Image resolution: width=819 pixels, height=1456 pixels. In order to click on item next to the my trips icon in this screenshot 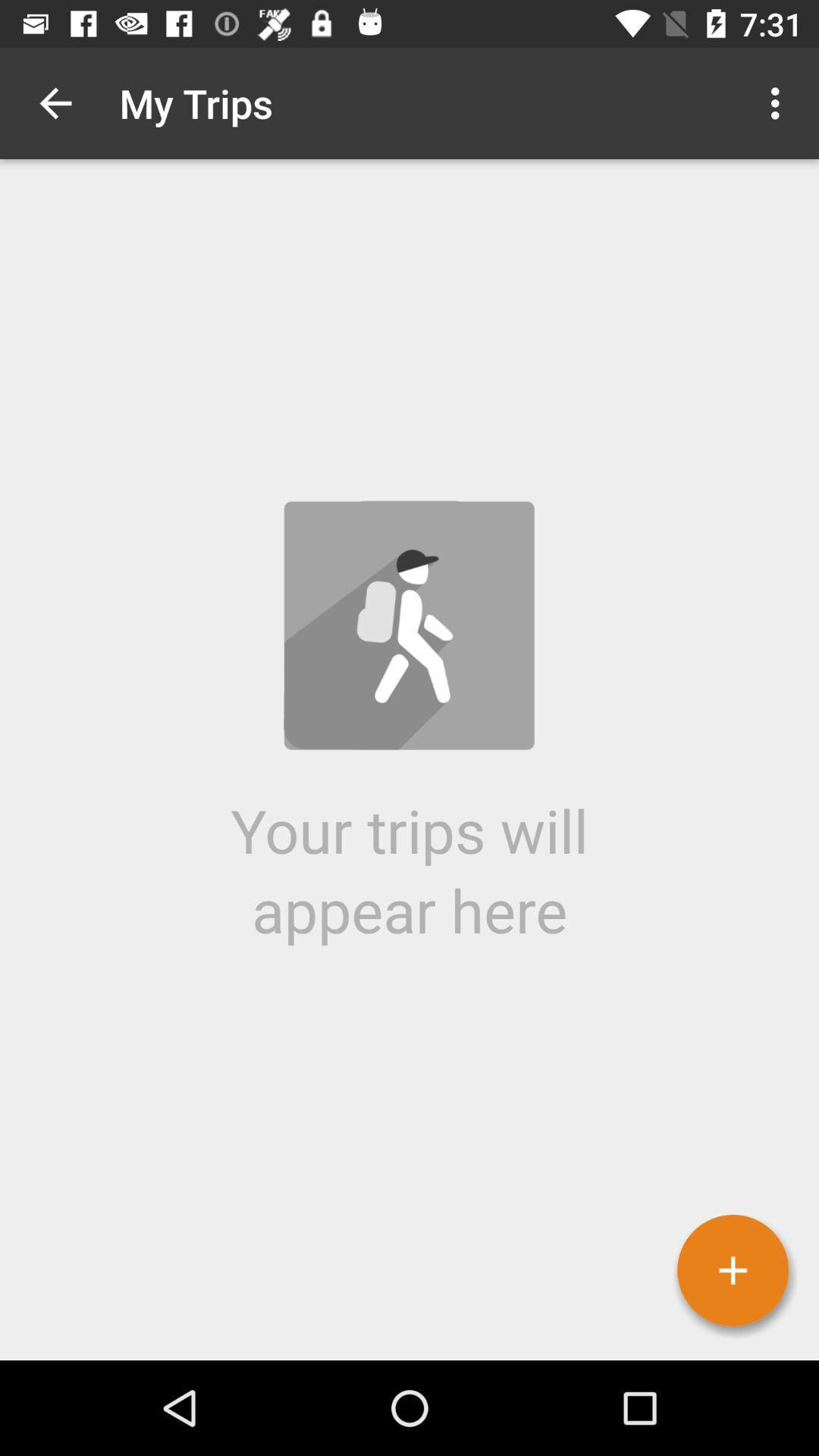, I will do `click(779, 102)`.